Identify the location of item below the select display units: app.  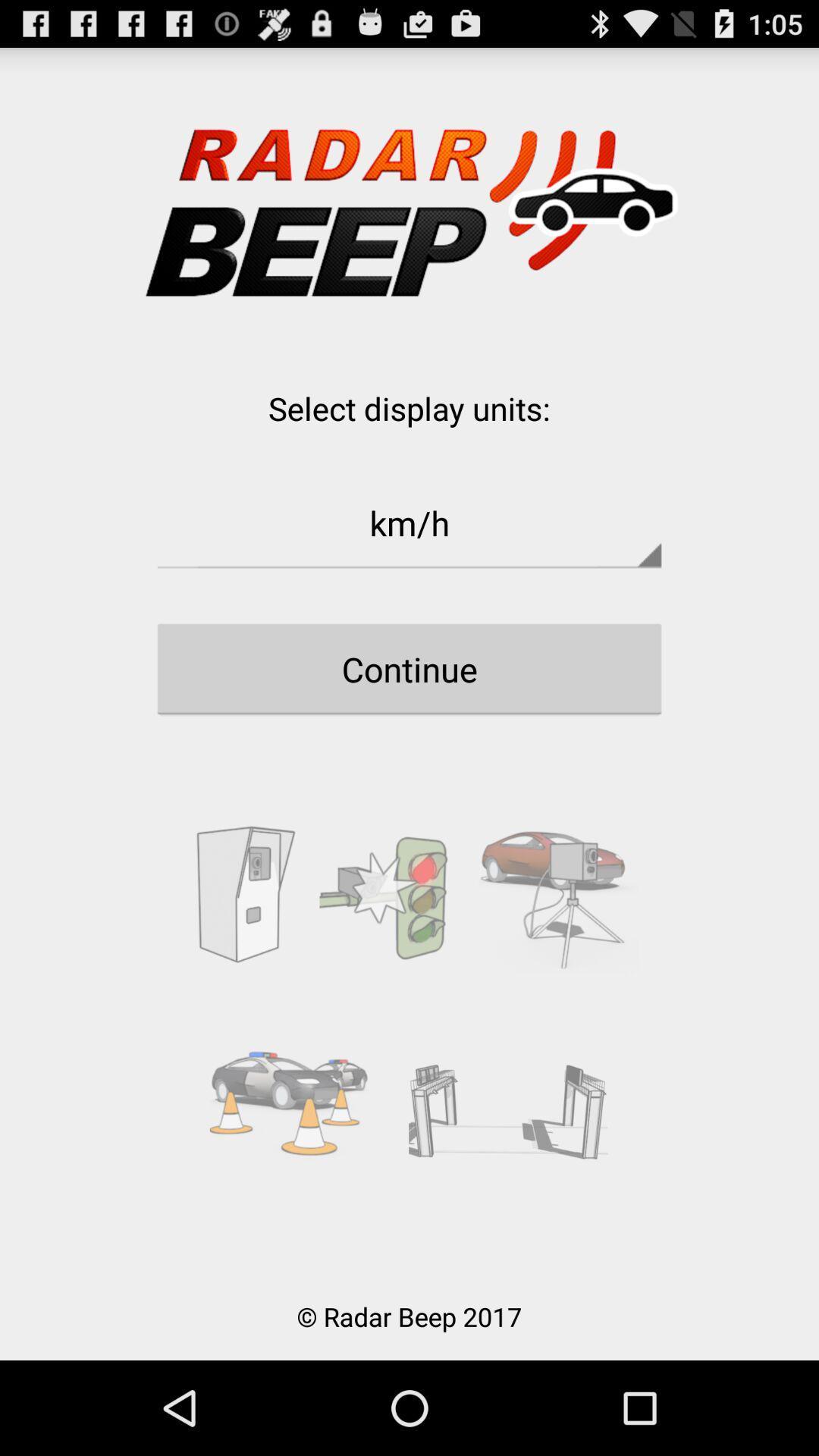
(409, 522).